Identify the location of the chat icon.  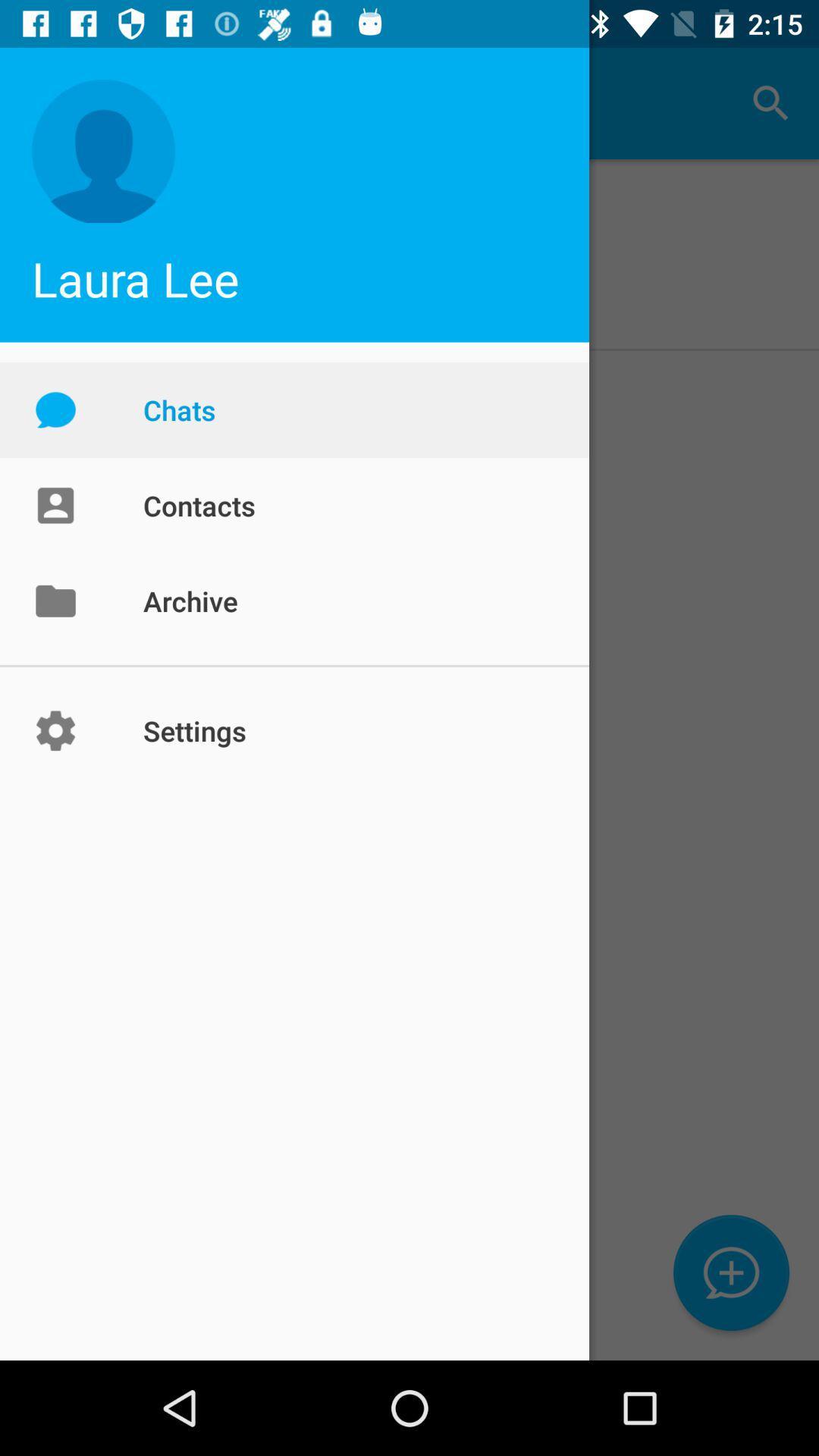
(730, 1280).